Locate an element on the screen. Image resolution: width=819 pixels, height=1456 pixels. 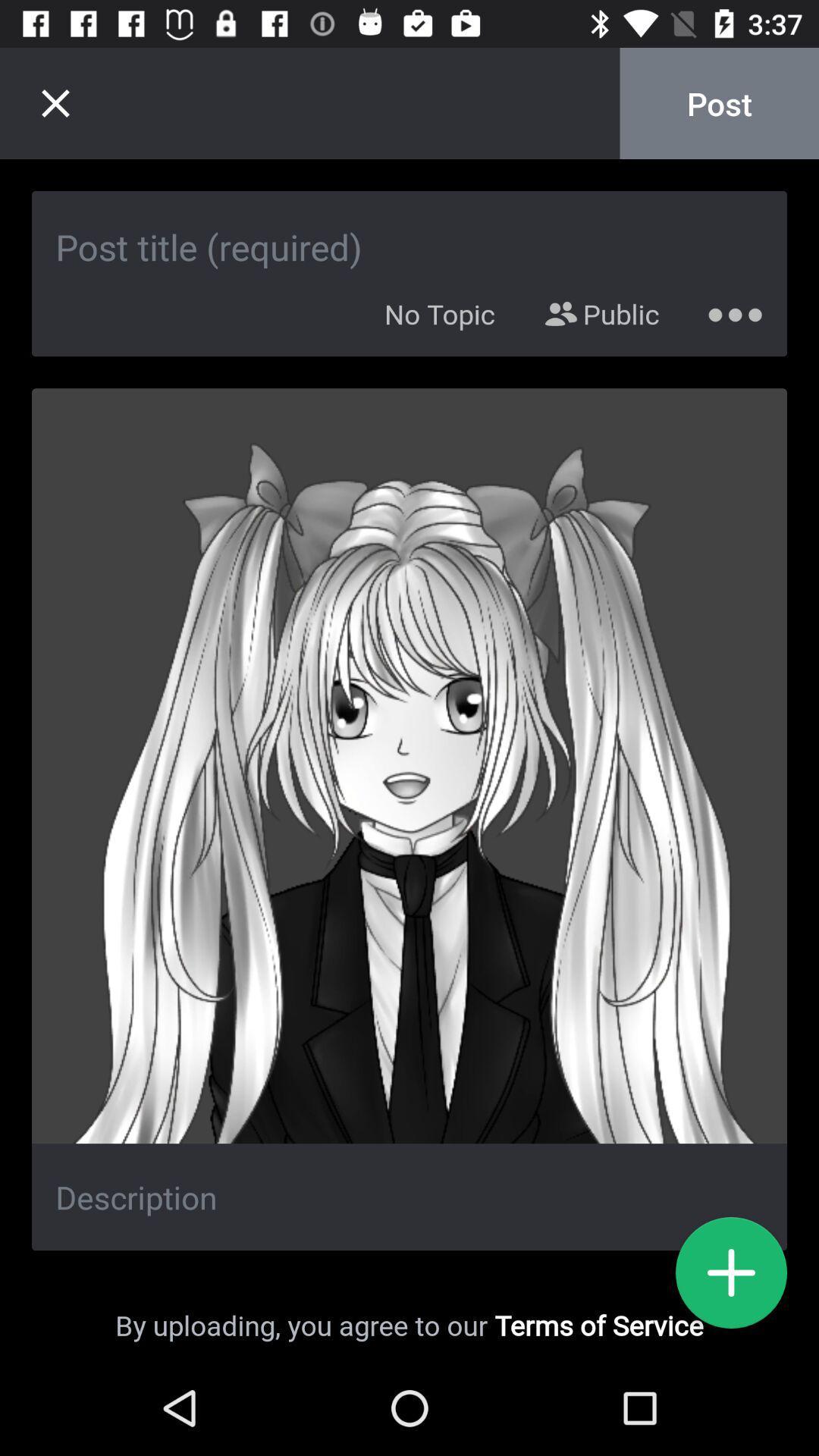
the close icon is located at coordinates (55, 102).